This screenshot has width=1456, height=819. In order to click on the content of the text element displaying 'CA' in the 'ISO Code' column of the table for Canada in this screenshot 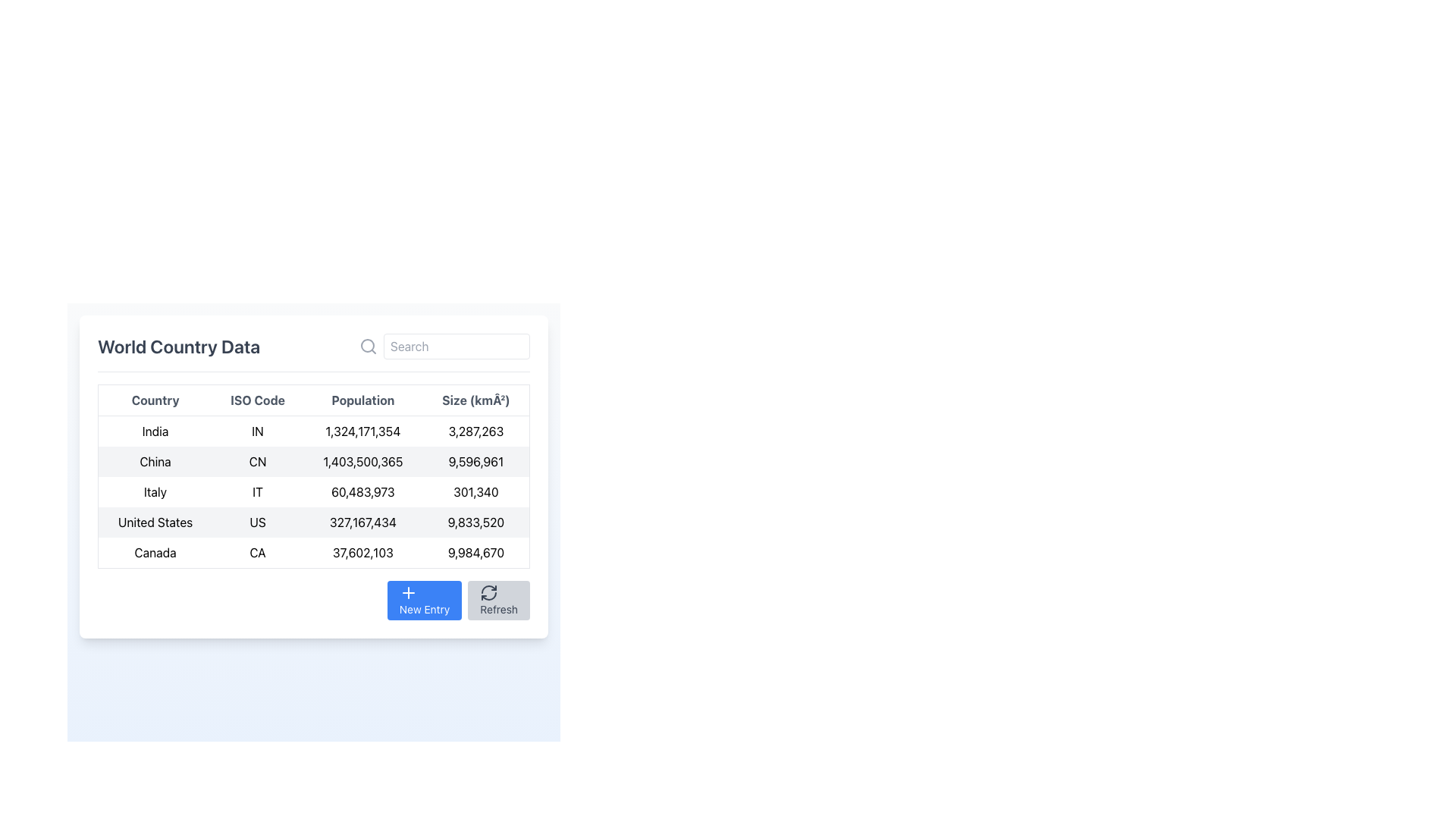, I will do `click(258, 553)`.